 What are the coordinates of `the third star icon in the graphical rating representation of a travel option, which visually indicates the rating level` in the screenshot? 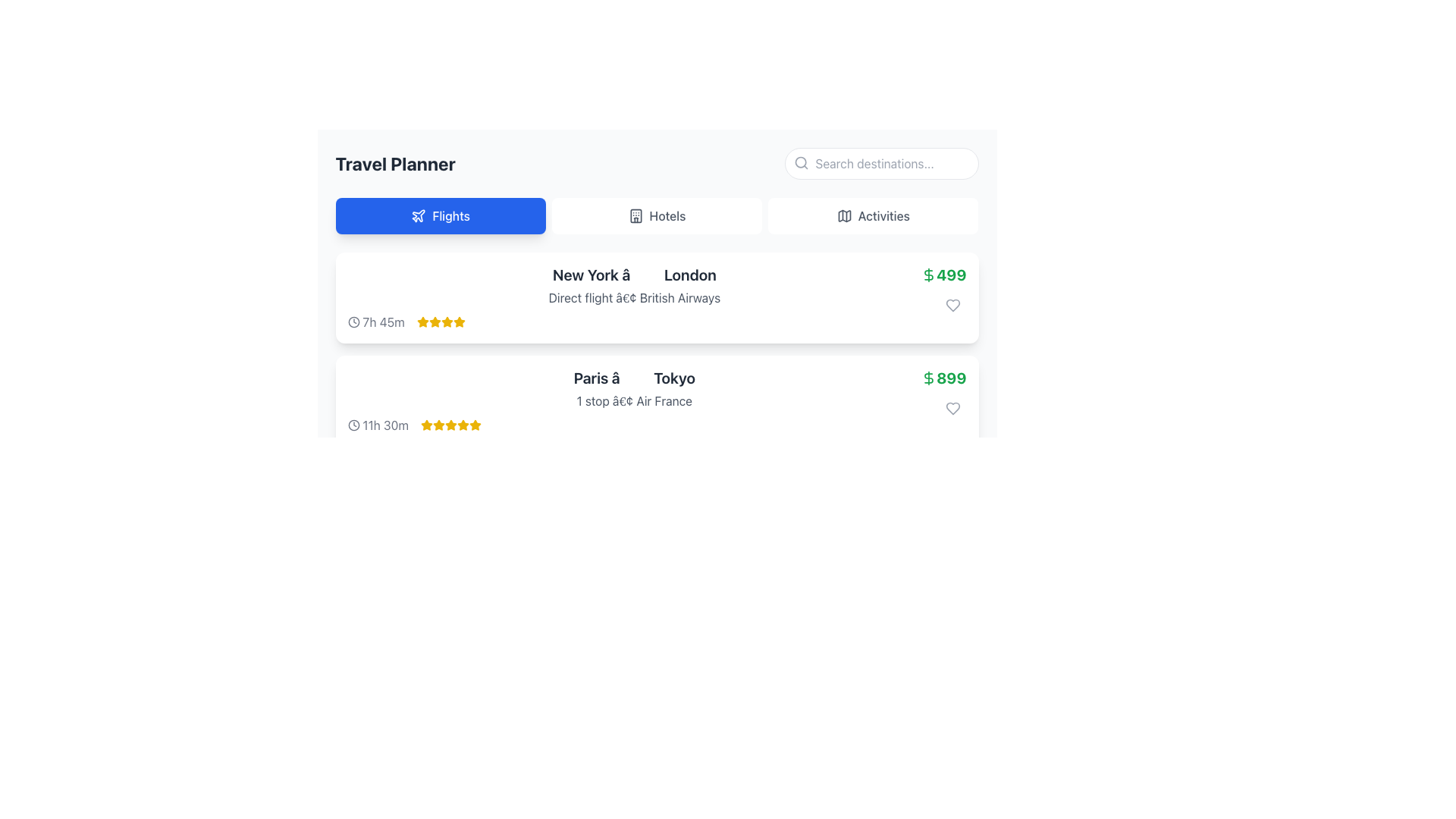 It's located at (446, 321).